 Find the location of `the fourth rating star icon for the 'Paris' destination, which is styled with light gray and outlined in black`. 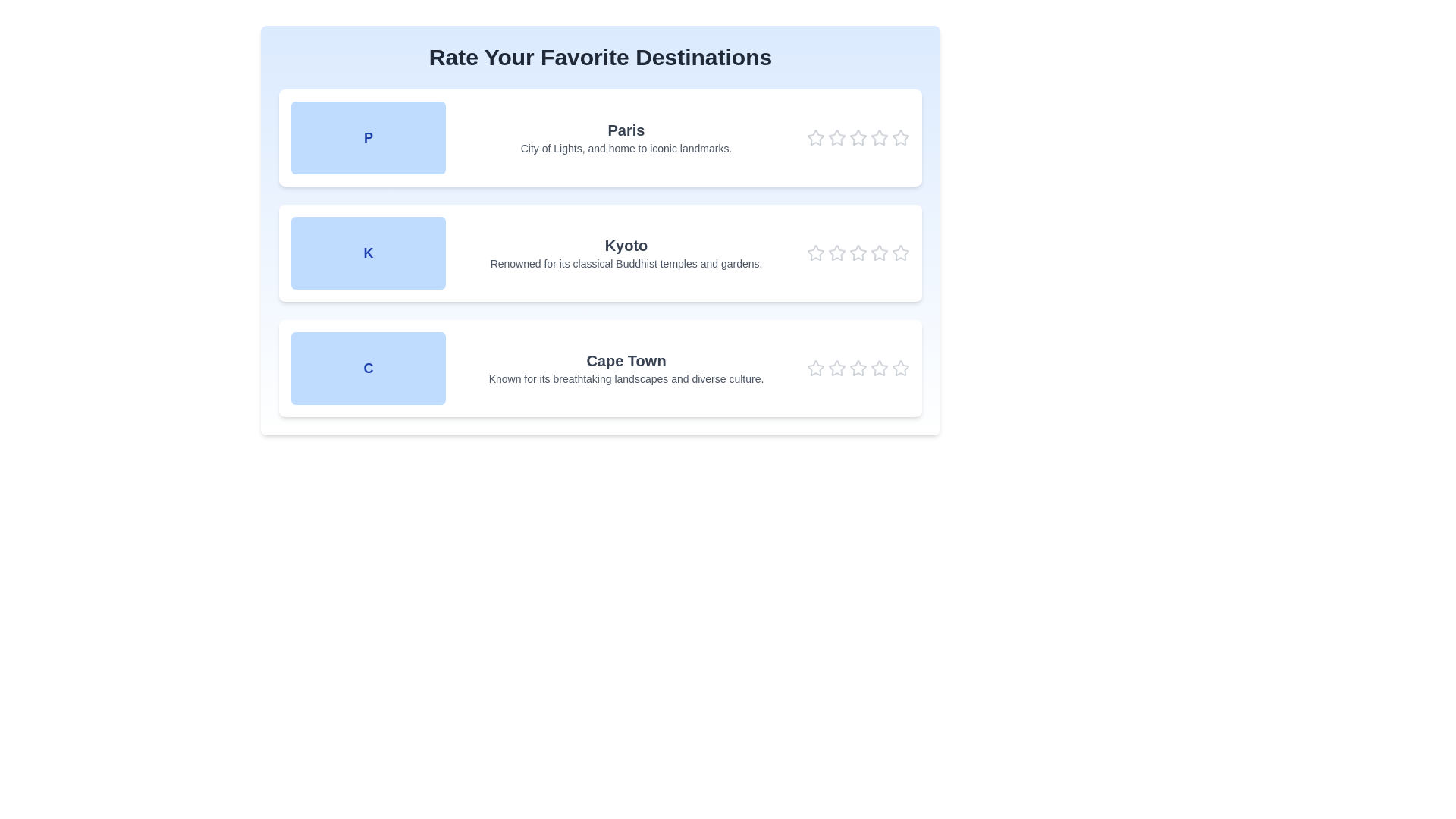

the fourth rating star icon for the 'Paris' destination, which is styled with light gray and outlined in black is located at coordinates (858, 137).